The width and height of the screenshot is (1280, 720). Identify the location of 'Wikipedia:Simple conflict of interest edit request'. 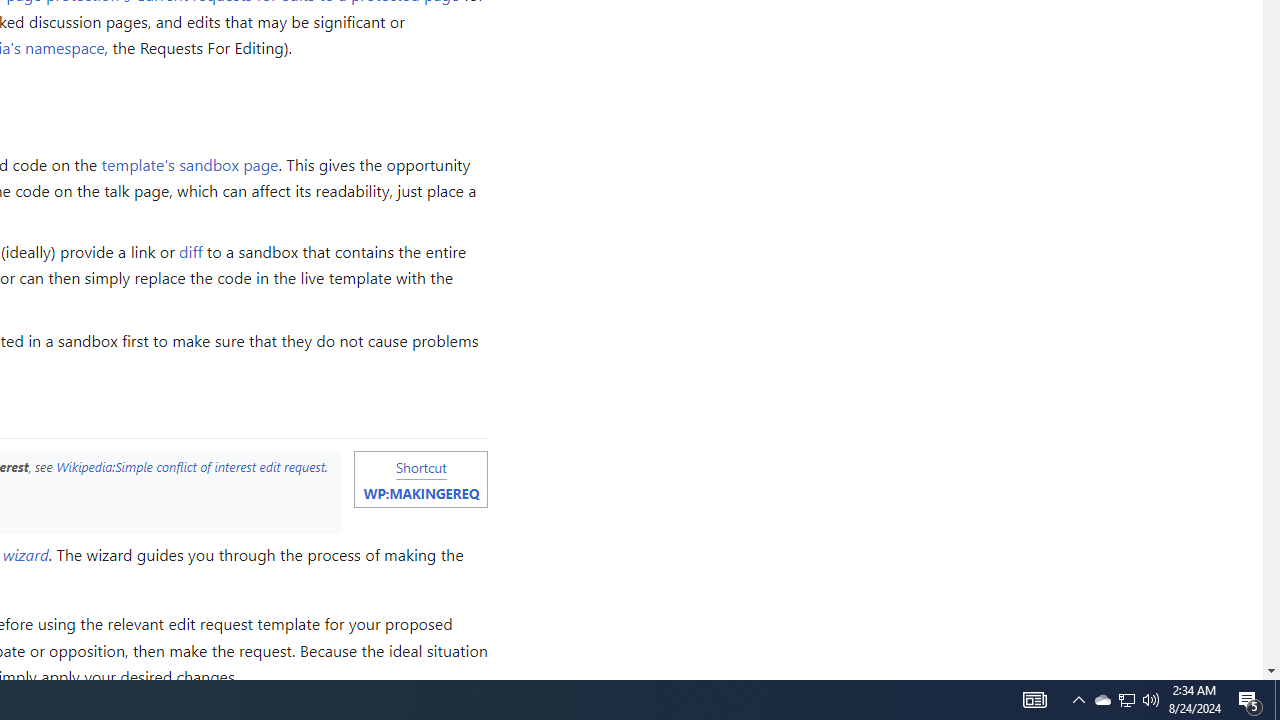
(190, 466).